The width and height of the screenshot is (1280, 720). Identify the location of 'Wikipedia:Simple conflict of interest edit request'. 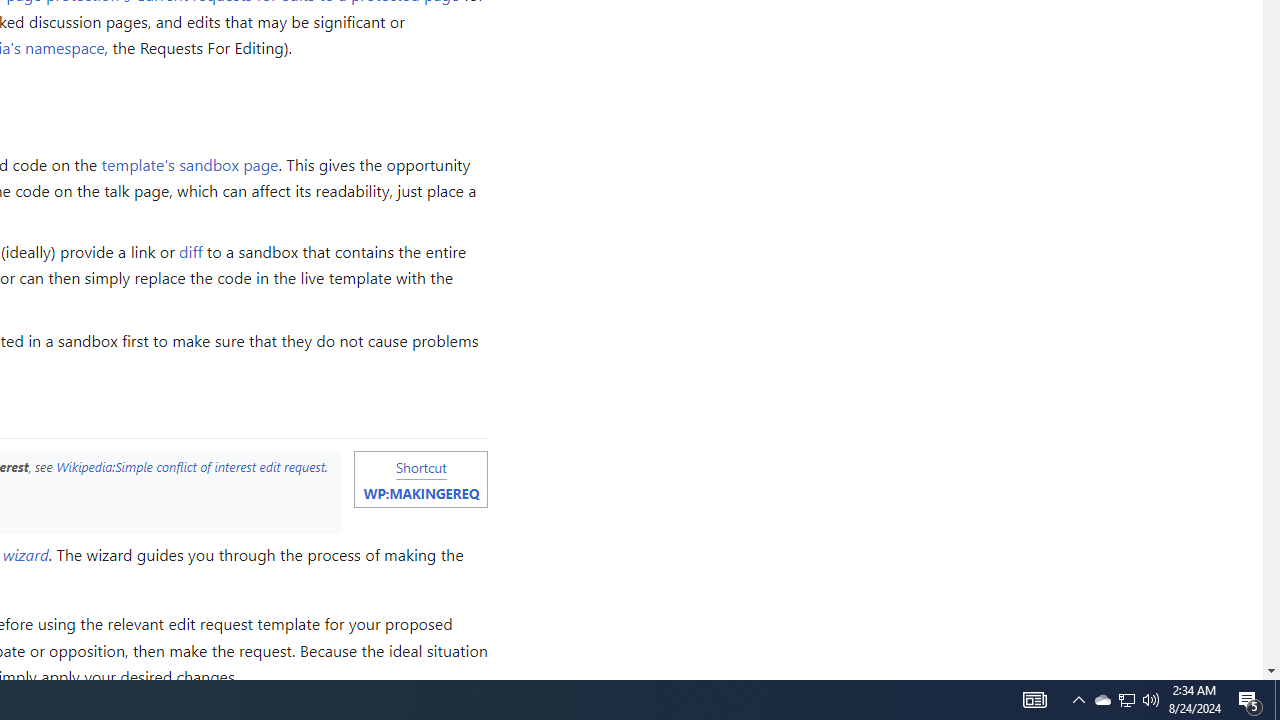
(190, 466).